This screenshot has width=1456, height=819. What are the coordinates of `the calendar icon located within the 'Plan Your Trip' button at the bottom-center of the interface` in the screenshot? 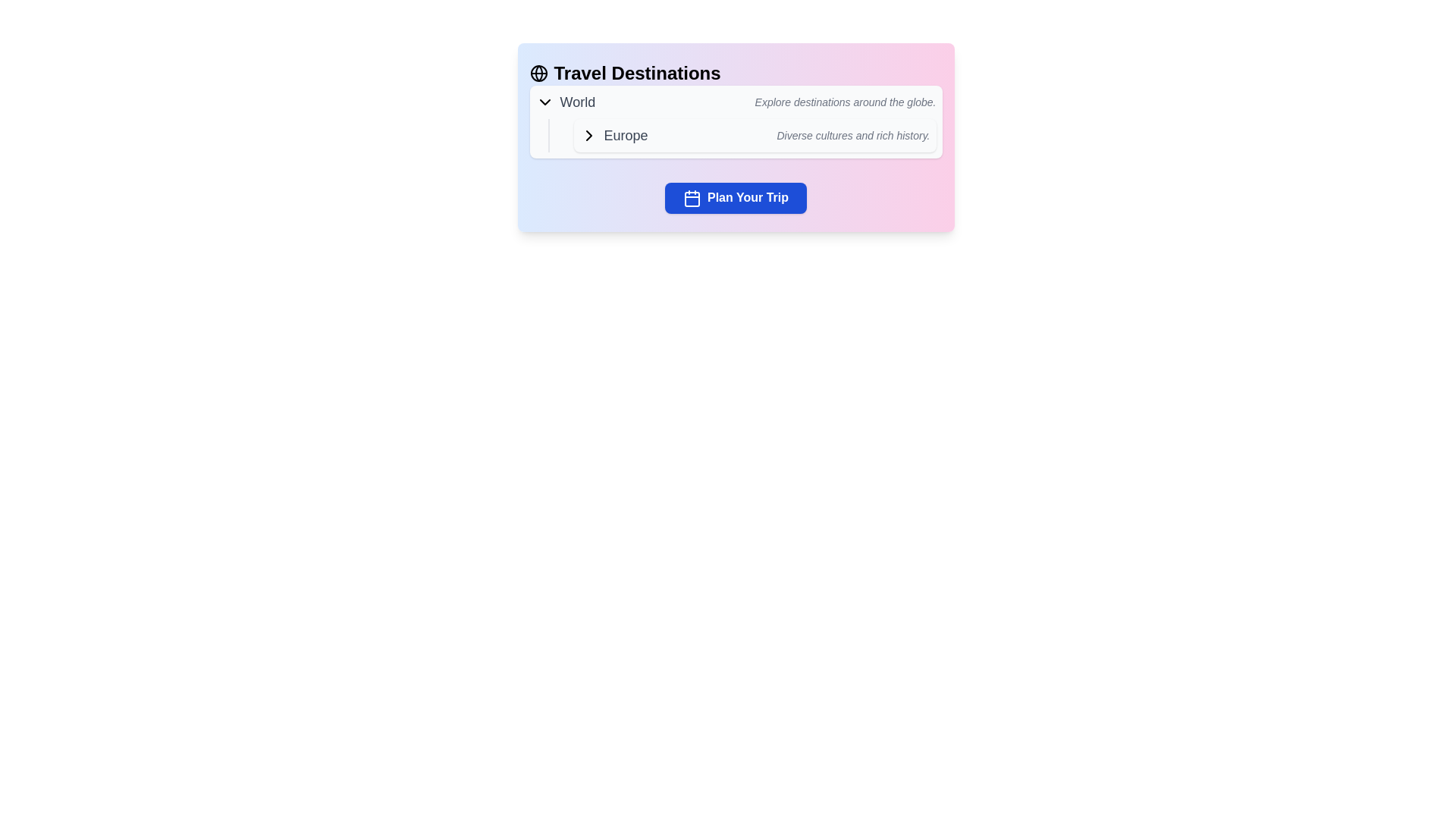 It's located at (691, 198).